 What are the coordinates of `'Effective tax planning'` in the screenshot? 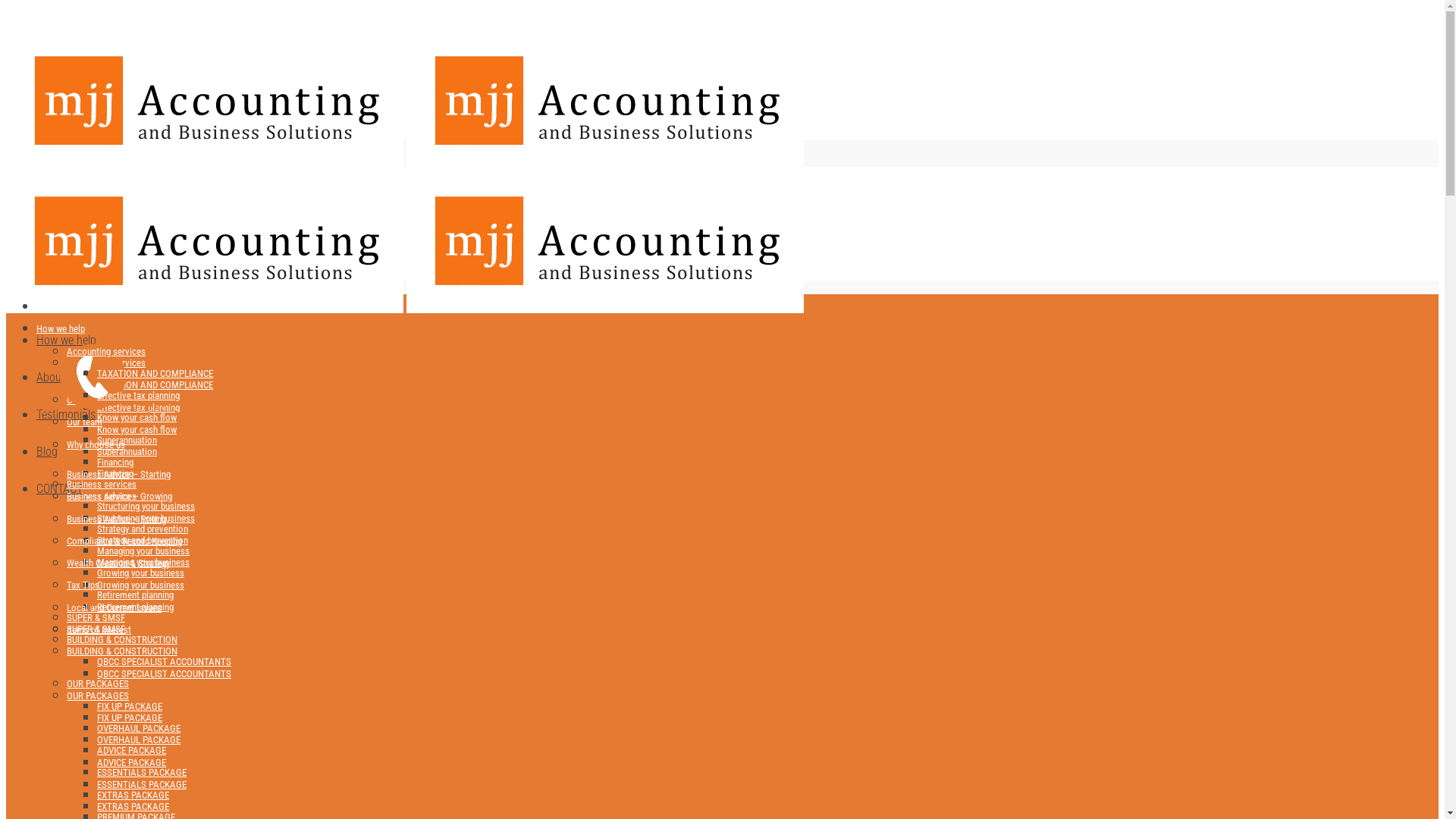 It's located at (138, 394).